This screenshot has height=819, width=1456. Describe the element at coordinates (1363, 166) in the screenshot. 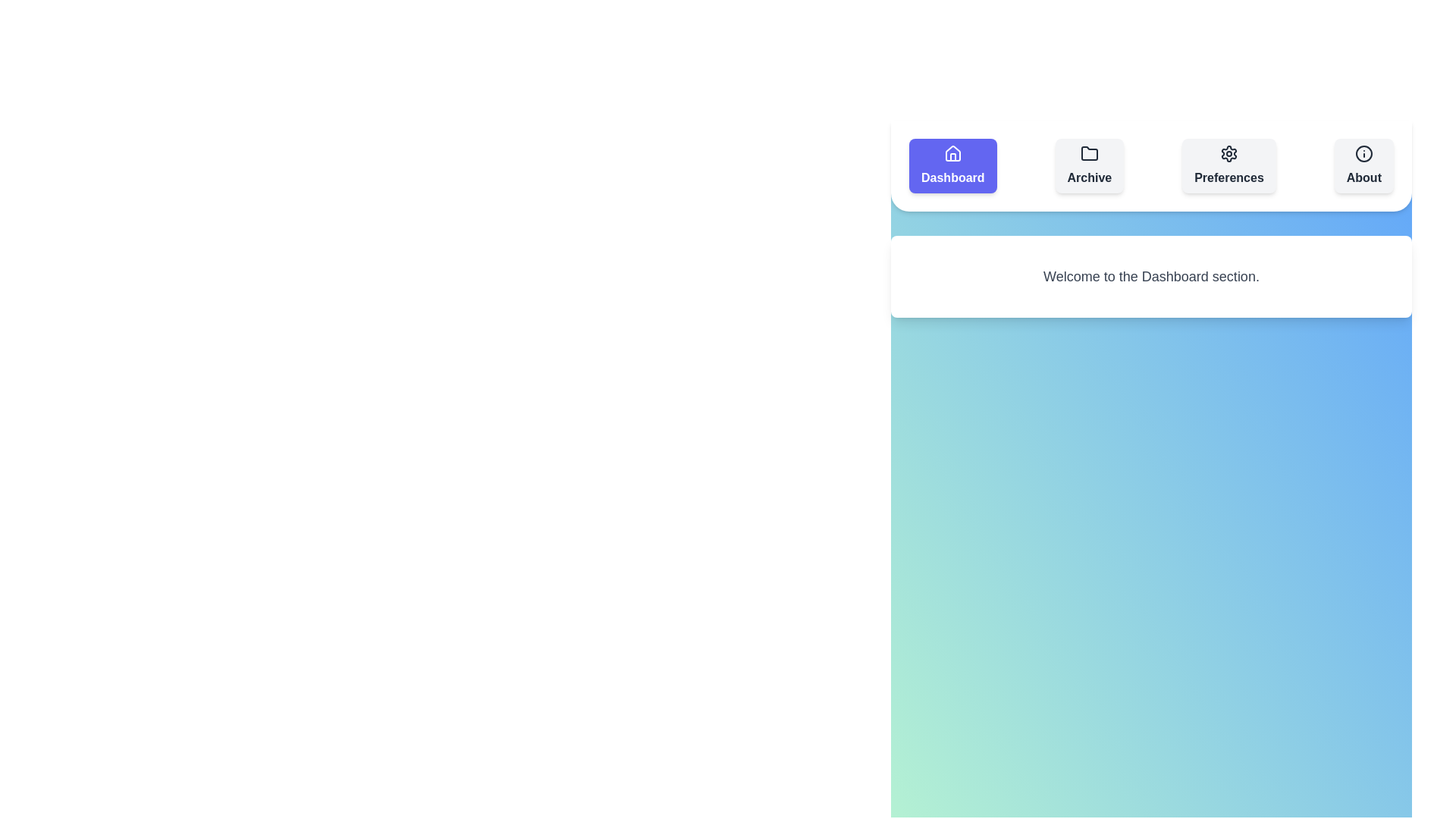

I see `the section button labeled About to switch to that section` at that location.